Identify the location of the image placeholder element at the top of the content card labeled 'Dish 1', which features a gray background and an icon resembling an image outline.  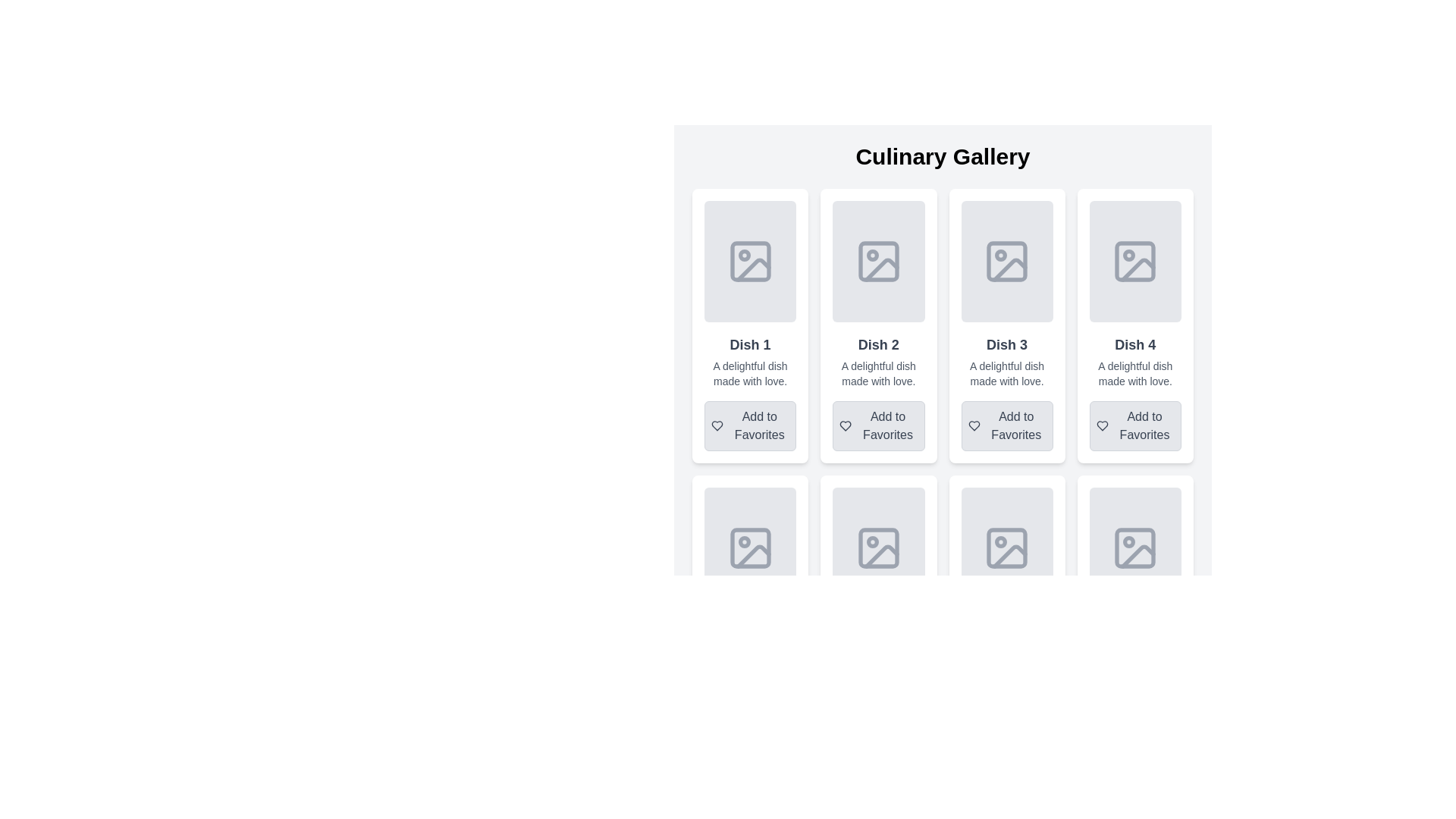
(750, 260).